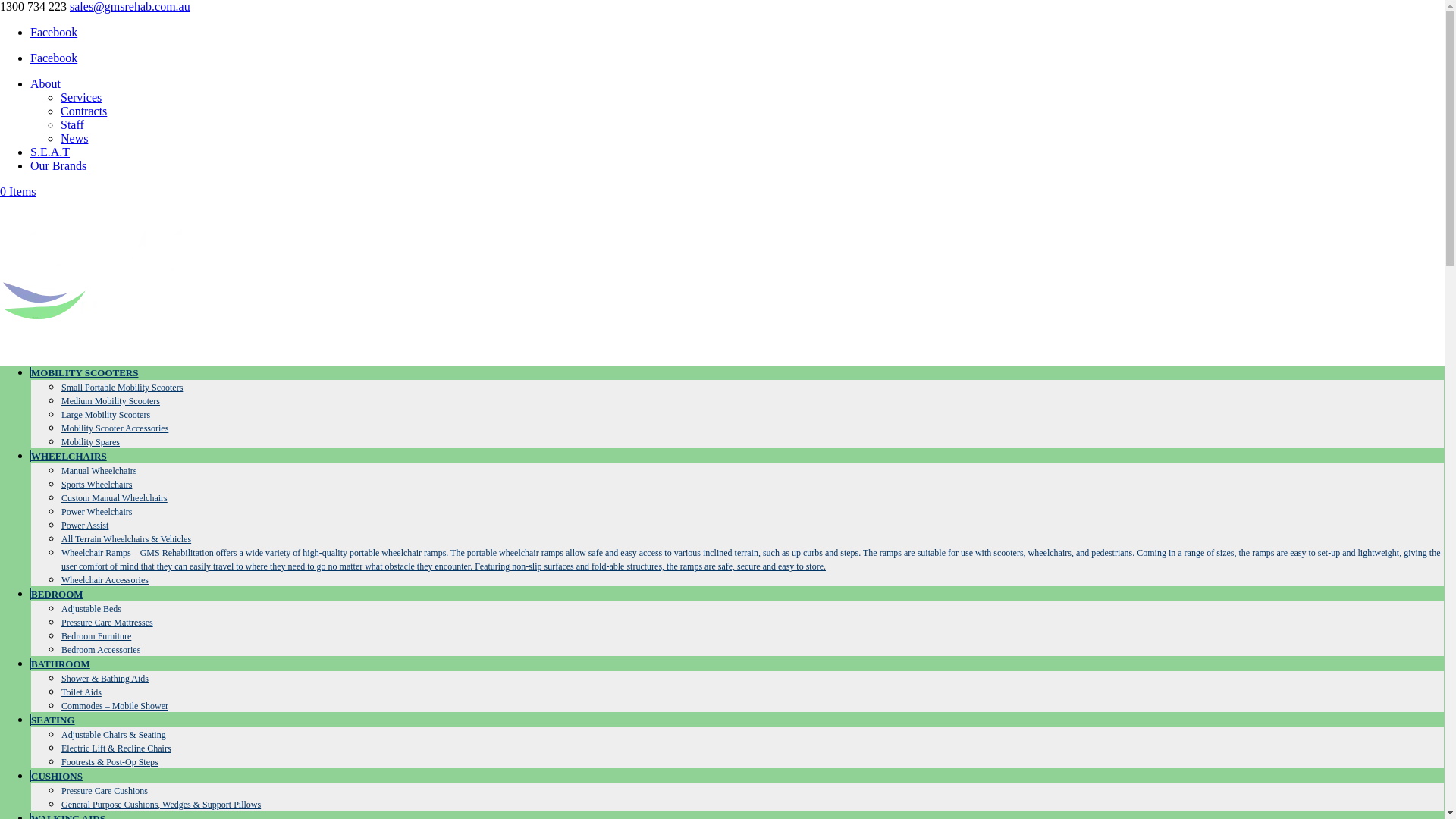 The image size is (1456, 819). What do you see at coordinates (130, 6) in the screenshot?
I see `'sales@gmsrehab.com.au'` at bounding box center [130, 6].